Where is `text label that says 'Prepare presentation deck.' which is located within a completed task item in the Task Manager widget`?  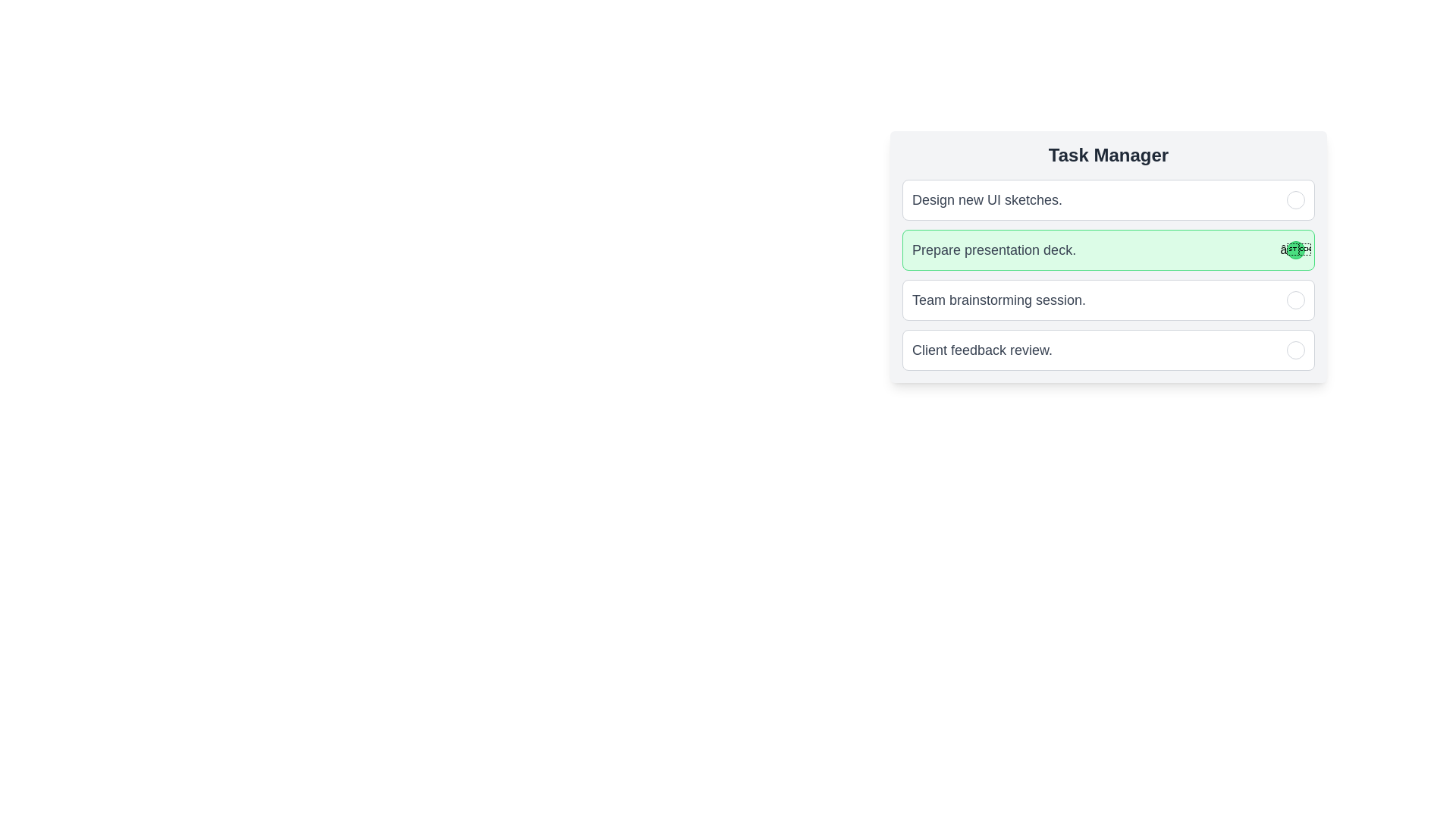 text label that says 'Prepare presentation deck.' which is located within a completed task item in the Task Manager widget is located at coordinates (993, 249).